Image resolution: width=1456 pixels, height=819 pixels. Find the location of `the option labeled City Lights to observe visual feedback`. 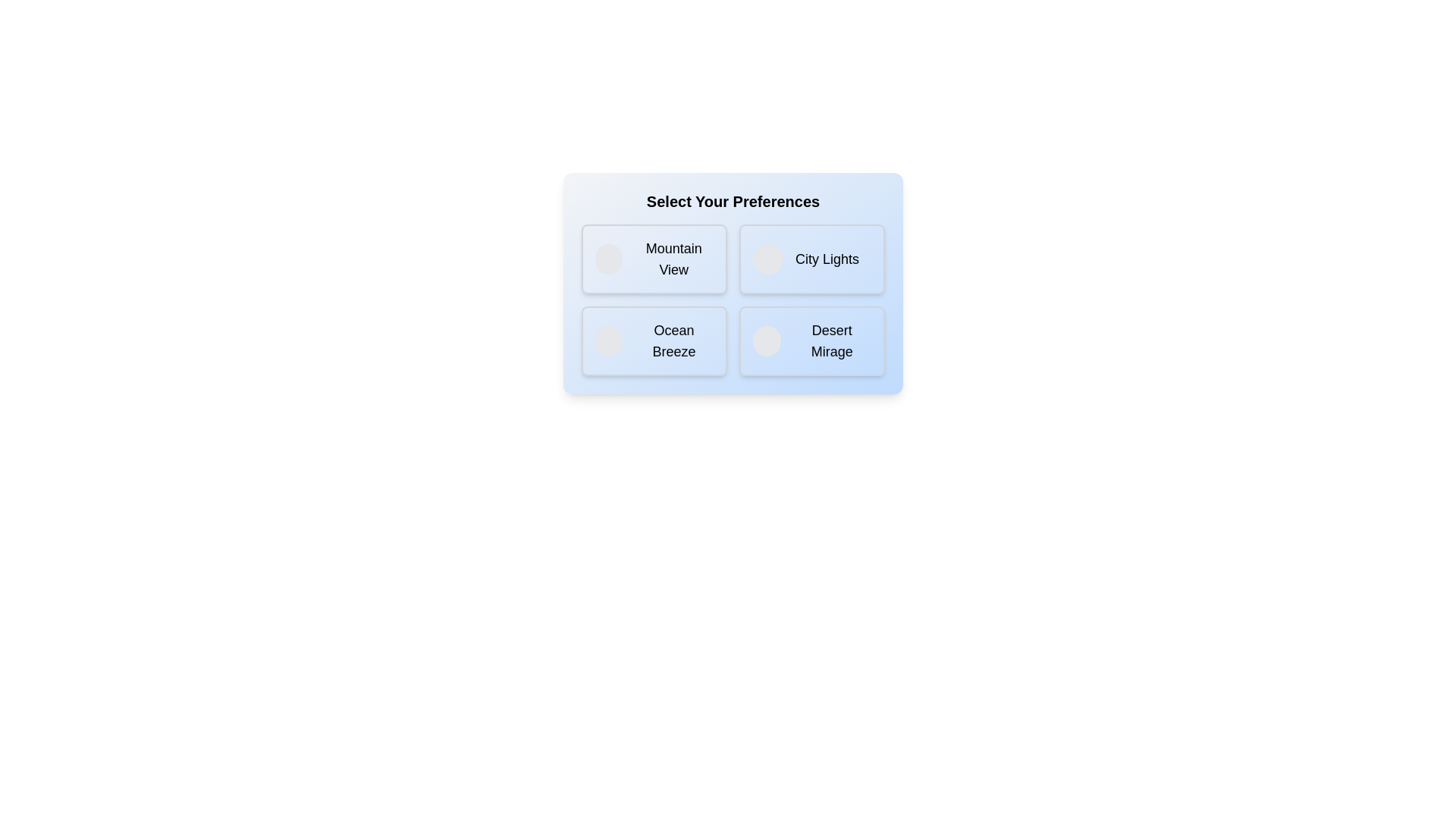

the option labeled City Lights to observe visual feedback is located at coordinates (811, 259).